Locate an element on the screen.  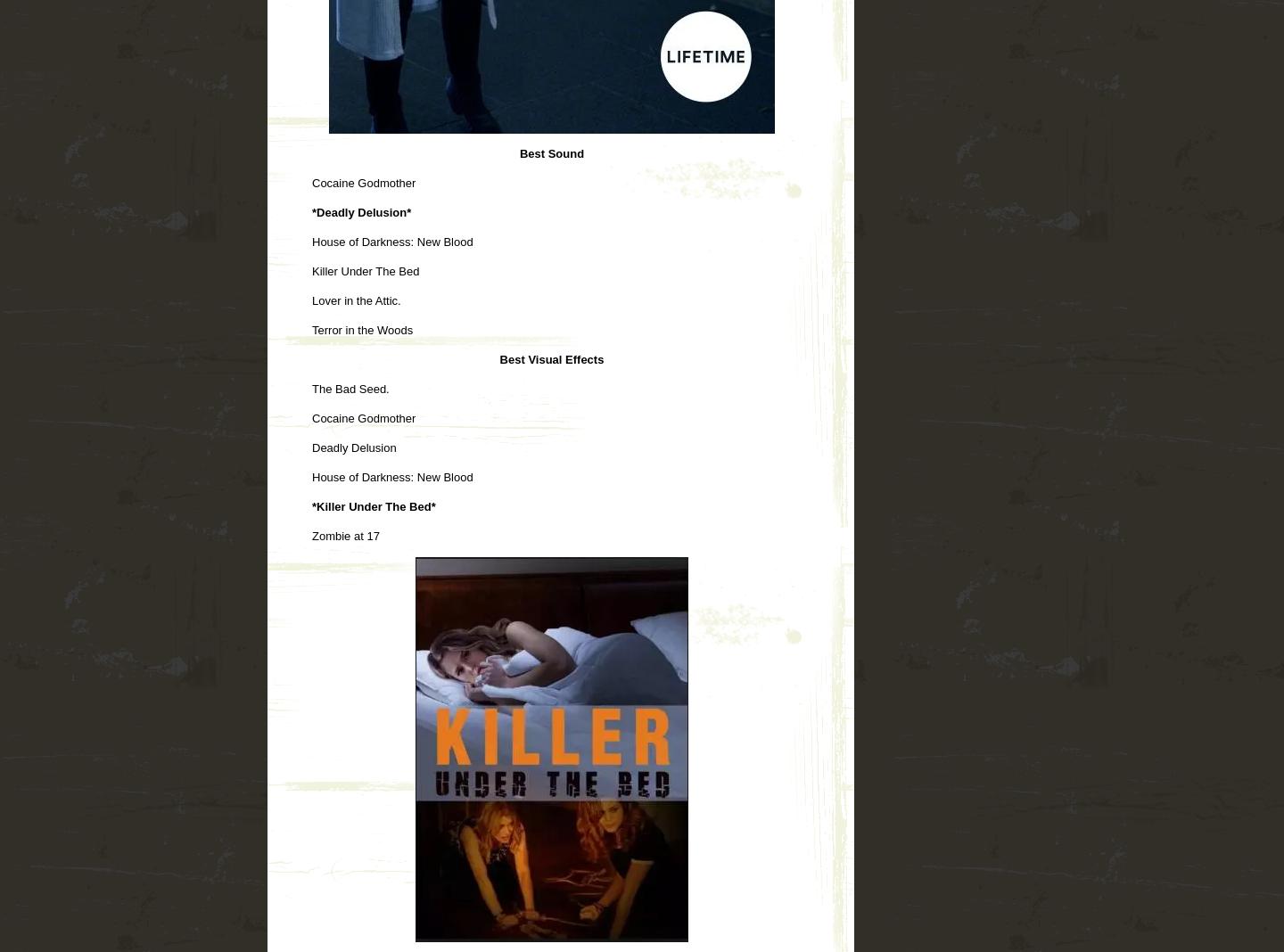
'Terror in the Woods' is located at coordinates (312, 328).